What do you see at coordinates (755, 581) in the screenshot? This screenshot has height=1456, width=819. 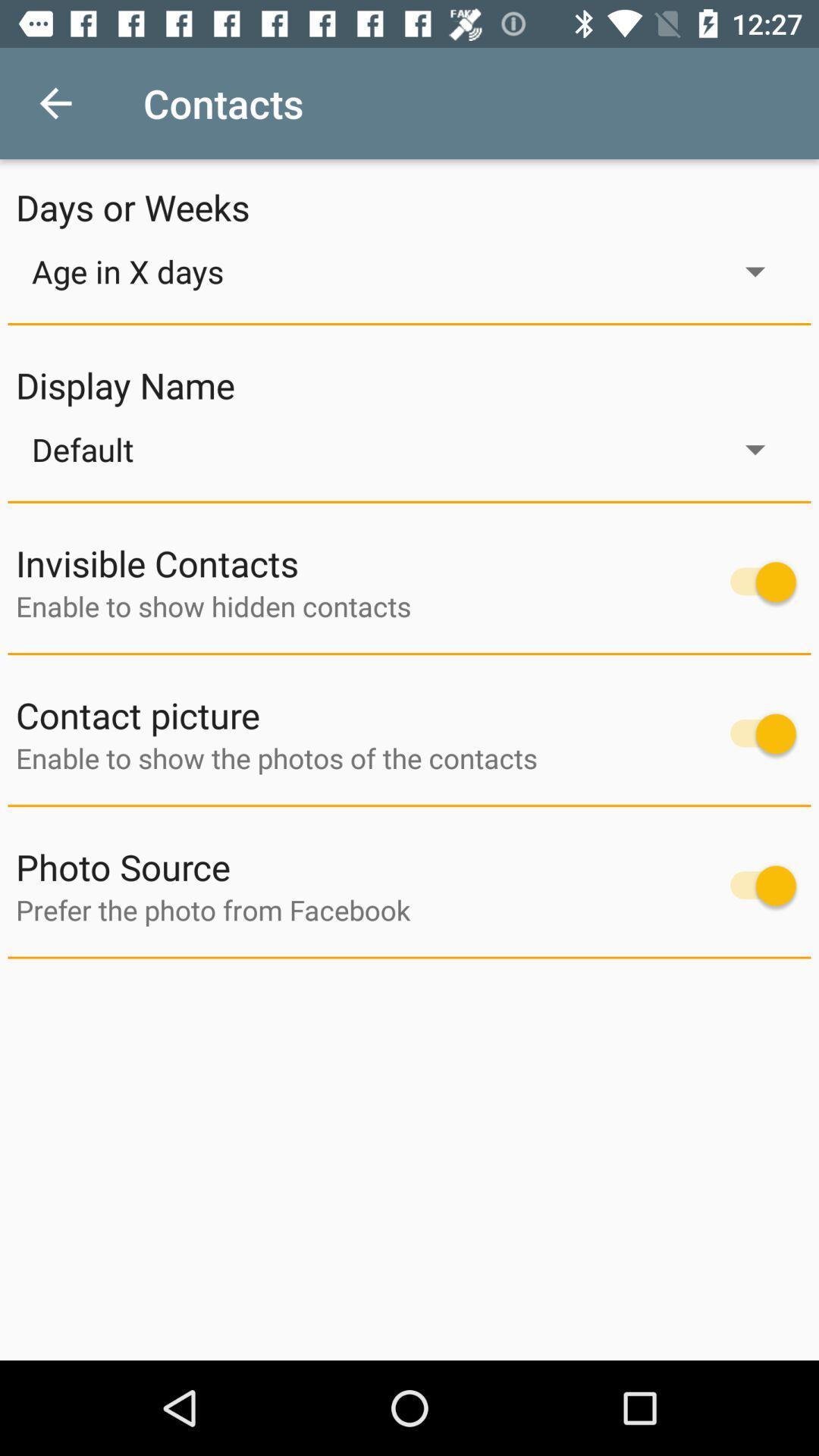 I see `invisible contacts switch option` at bounding box center [755, 581].